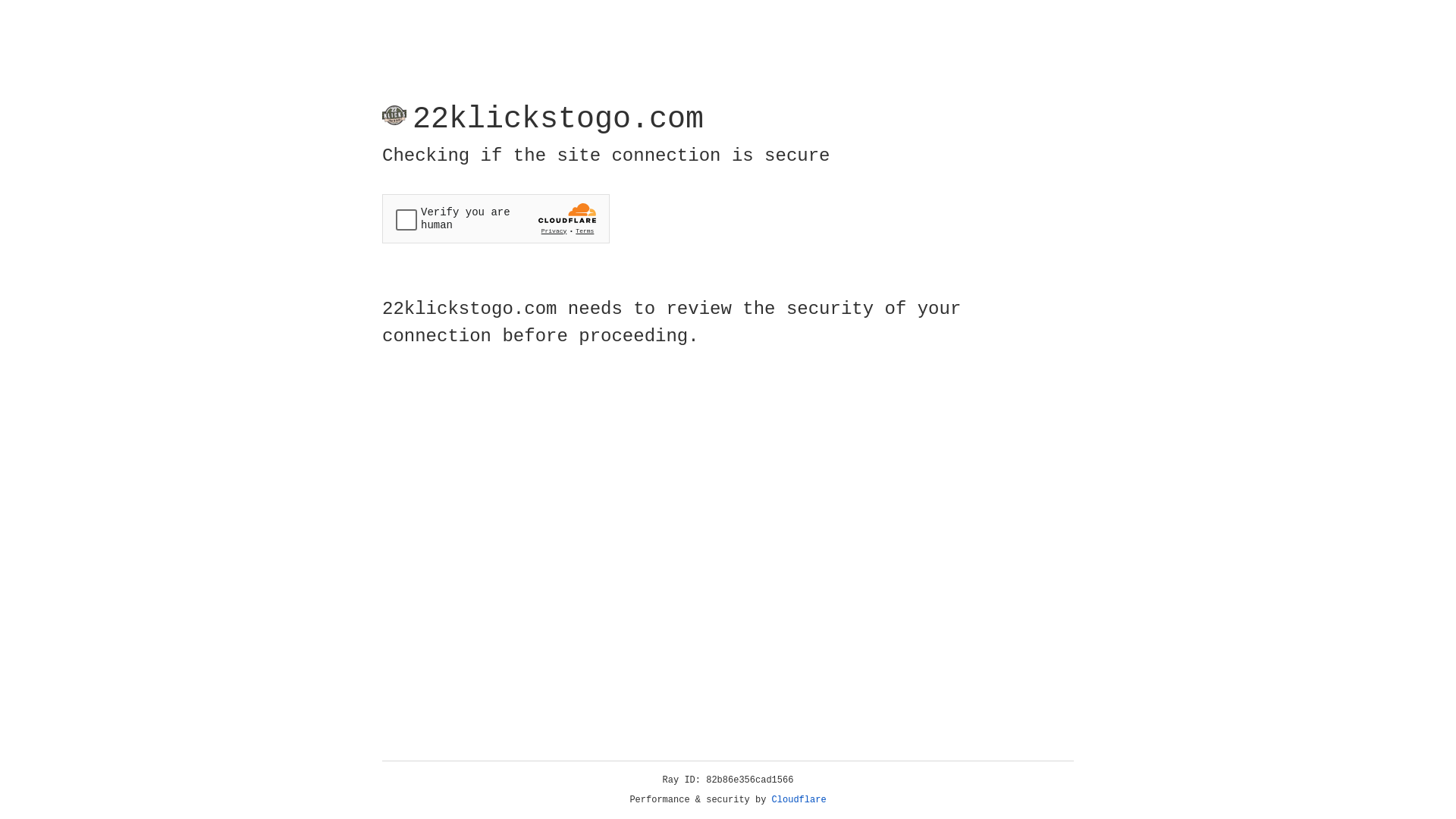 This screenshot has width=1456, height=819. What do you see at coordinates (799, 799) in the screenshot?
I see `'Cloudflare'` at bounding box center [799, 799].